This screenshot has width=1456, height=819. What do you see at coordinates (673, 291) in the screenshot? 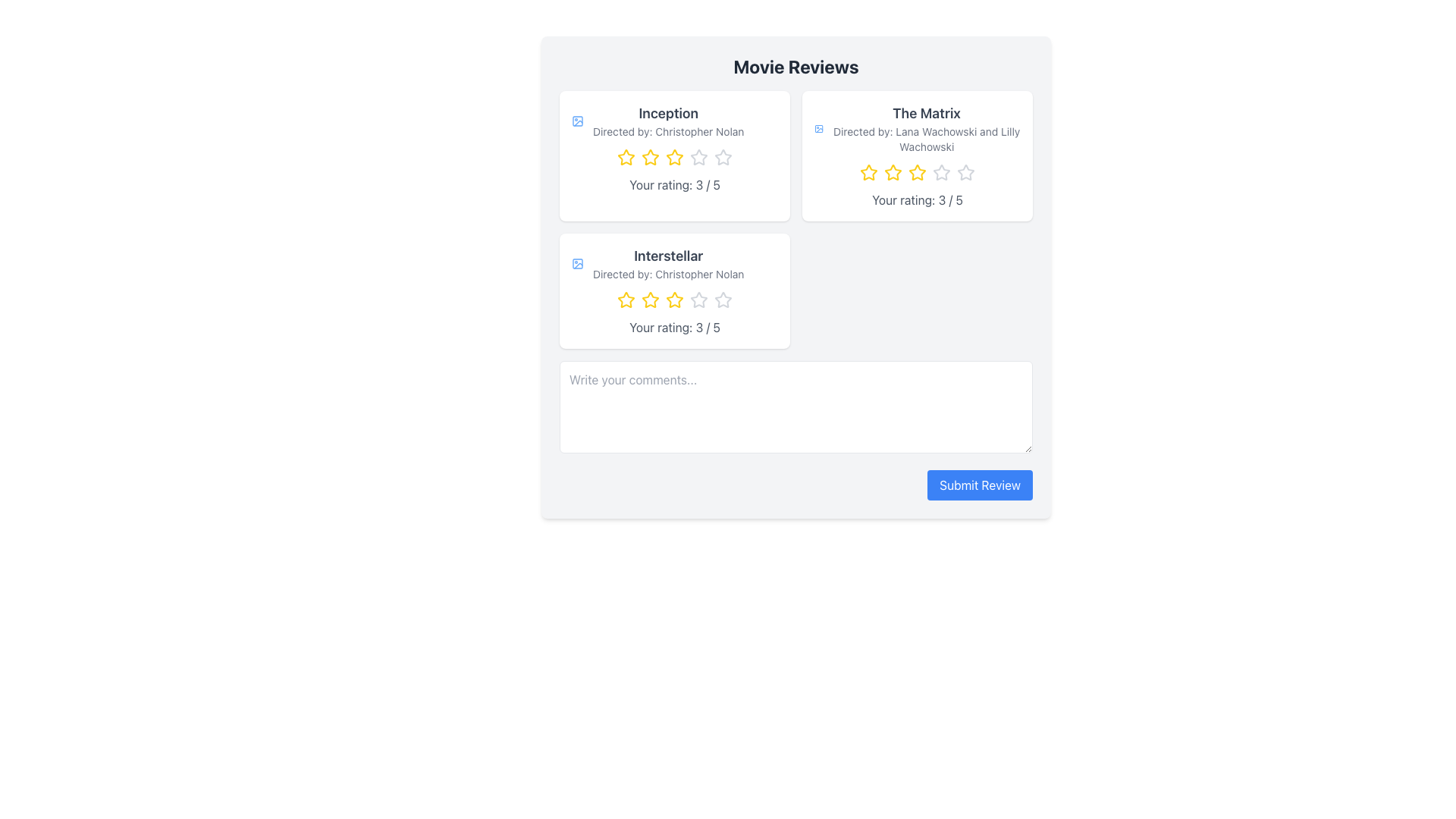
I see `the rating stars of the Movie Review Card displaying 'Interstellar', which is the third card in the grid layout of movie reviews` at bounding box center [673, 291].